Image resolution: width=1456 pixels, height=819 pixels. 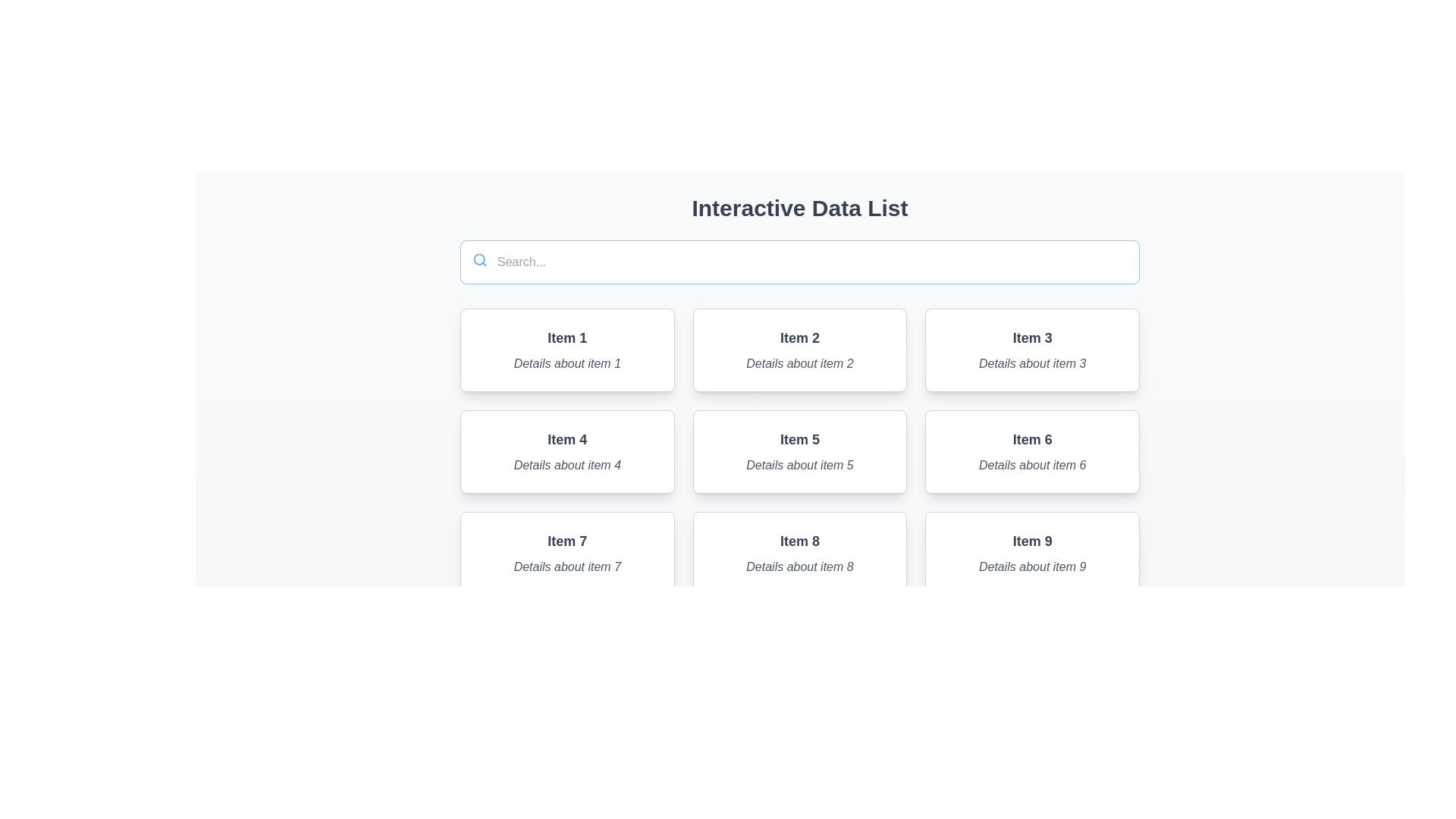 What do you see at coordinates (479, 259) in the screenshot?
I see `the style and function of the magnifying glass icon located in the top-left corner of the input field, which symbolizes the search function` at bounding box center [479, 259].